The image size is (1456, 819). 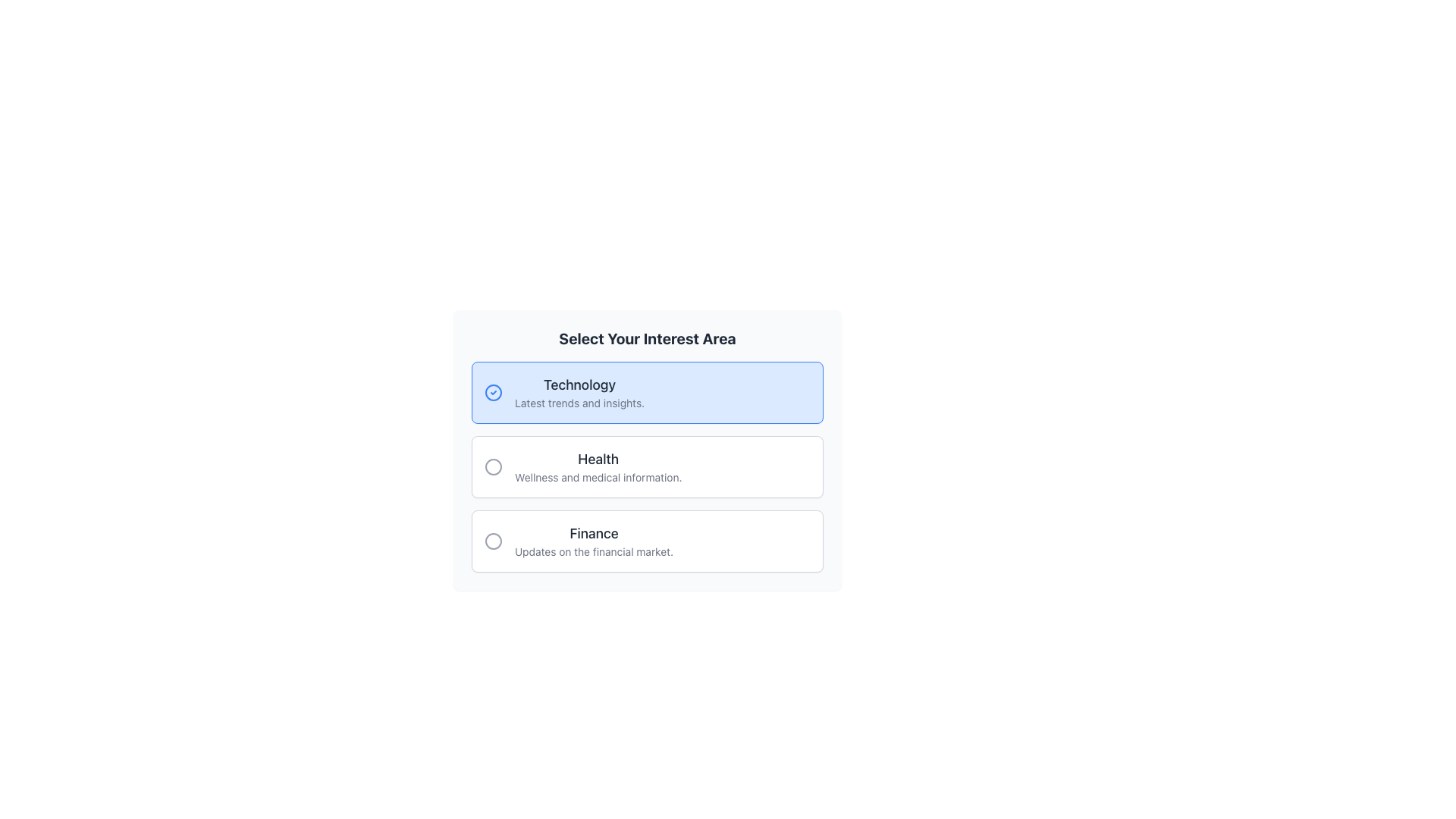 What do you see at coordinates (579, 384) in the screenshot?
I see `the text label 'Technology' which is styled with a large bold font and is part of a blue-highlighted selection box` at bounding box center [579, 384].